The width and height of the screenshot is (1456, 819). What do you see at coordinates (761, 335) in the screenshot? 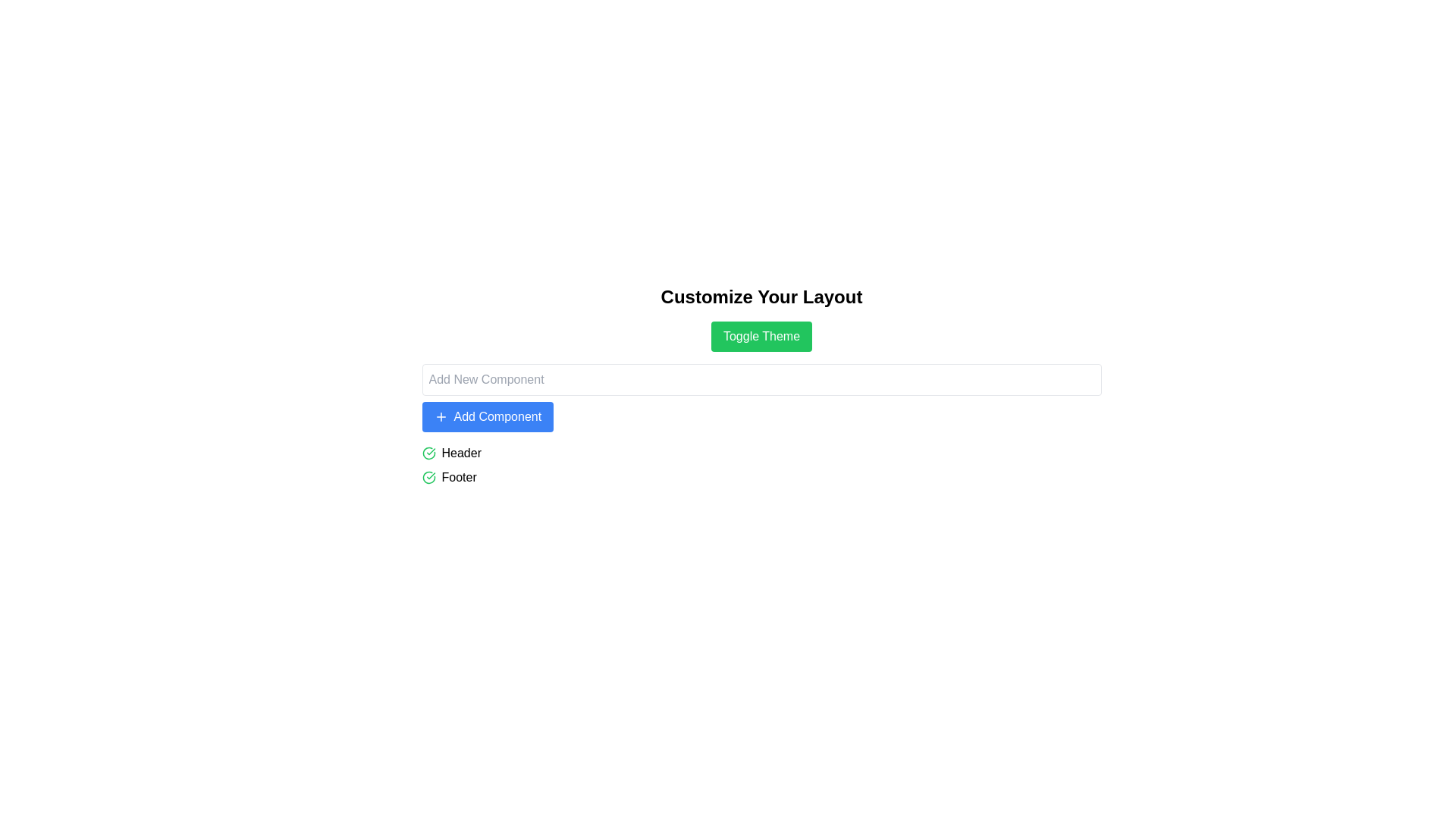
I see `the 'Toggle Theme' button, which is a green rectangular button with white text, to observe the styling change` at bounding box center [761, 335].